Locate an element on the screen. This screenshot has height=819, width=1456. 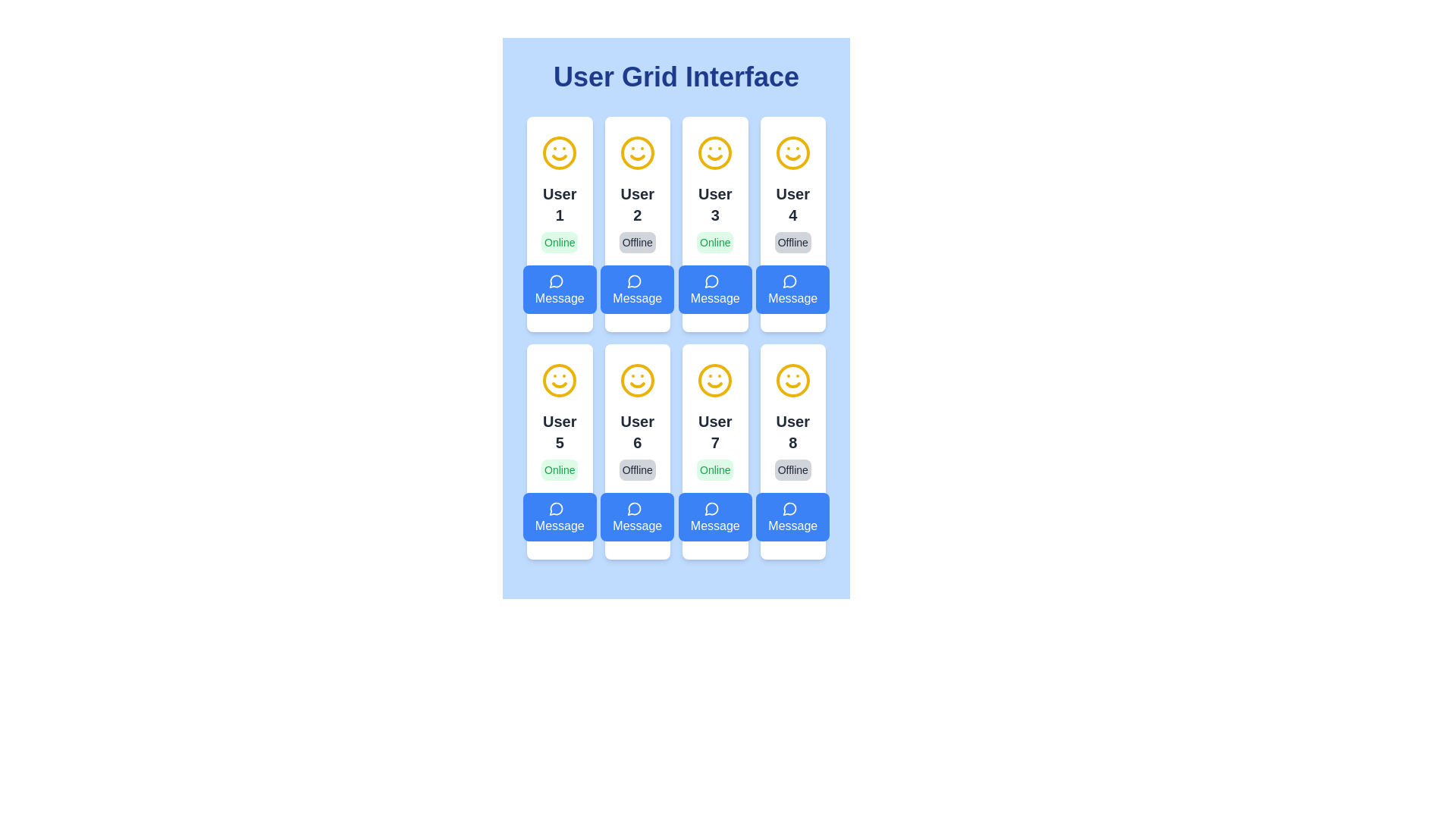
the smiley face icon representing User 8's status, located centrally in the top section of the user card is located at coordinates (792, 379).